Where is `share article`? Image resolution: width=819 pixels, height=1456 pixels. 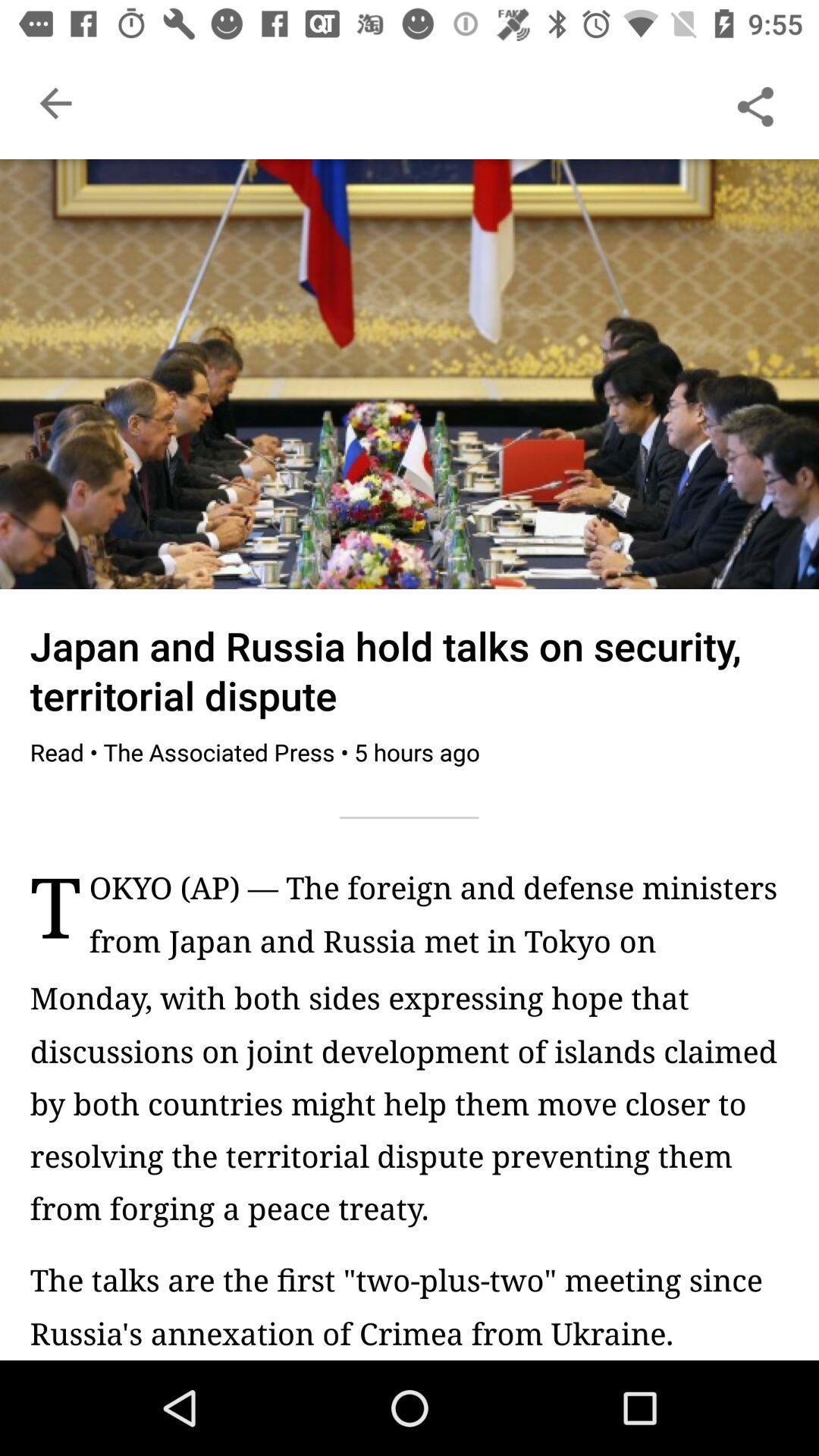
share article is located at coordinates (755, 102).